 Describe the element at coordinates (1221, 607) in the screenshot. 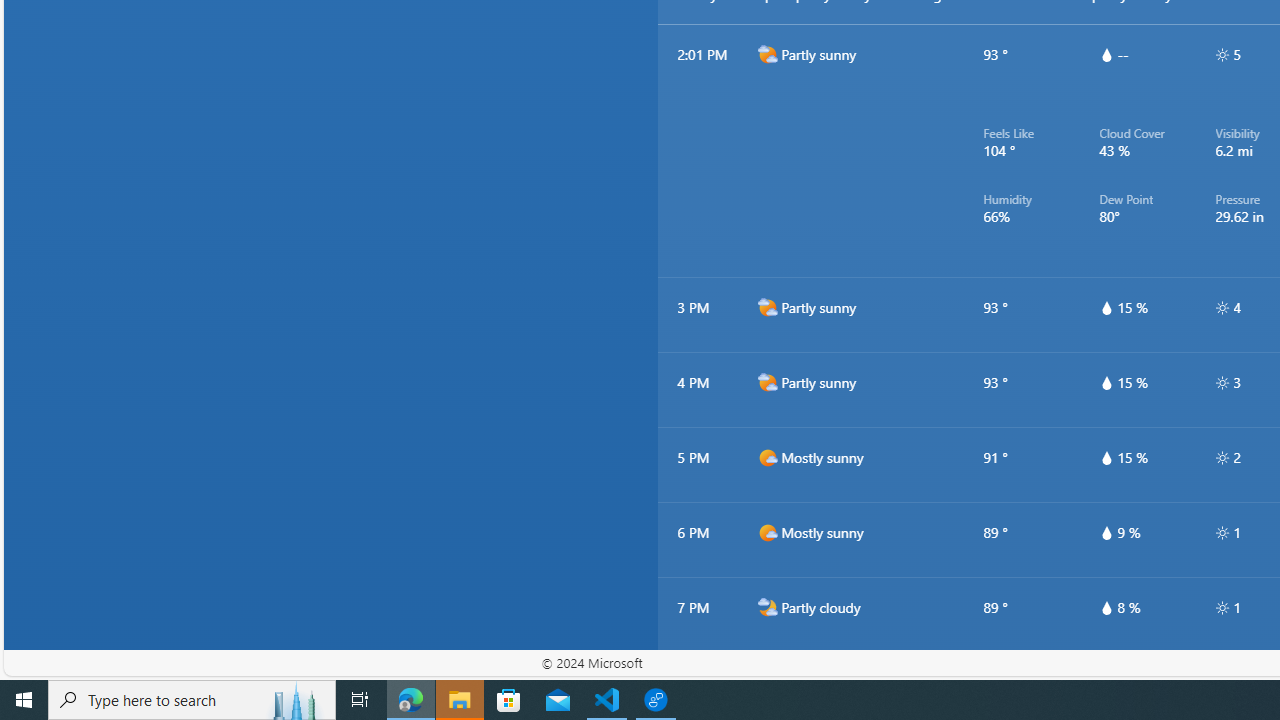

I see `'hourlyTable/uv'` at that location.